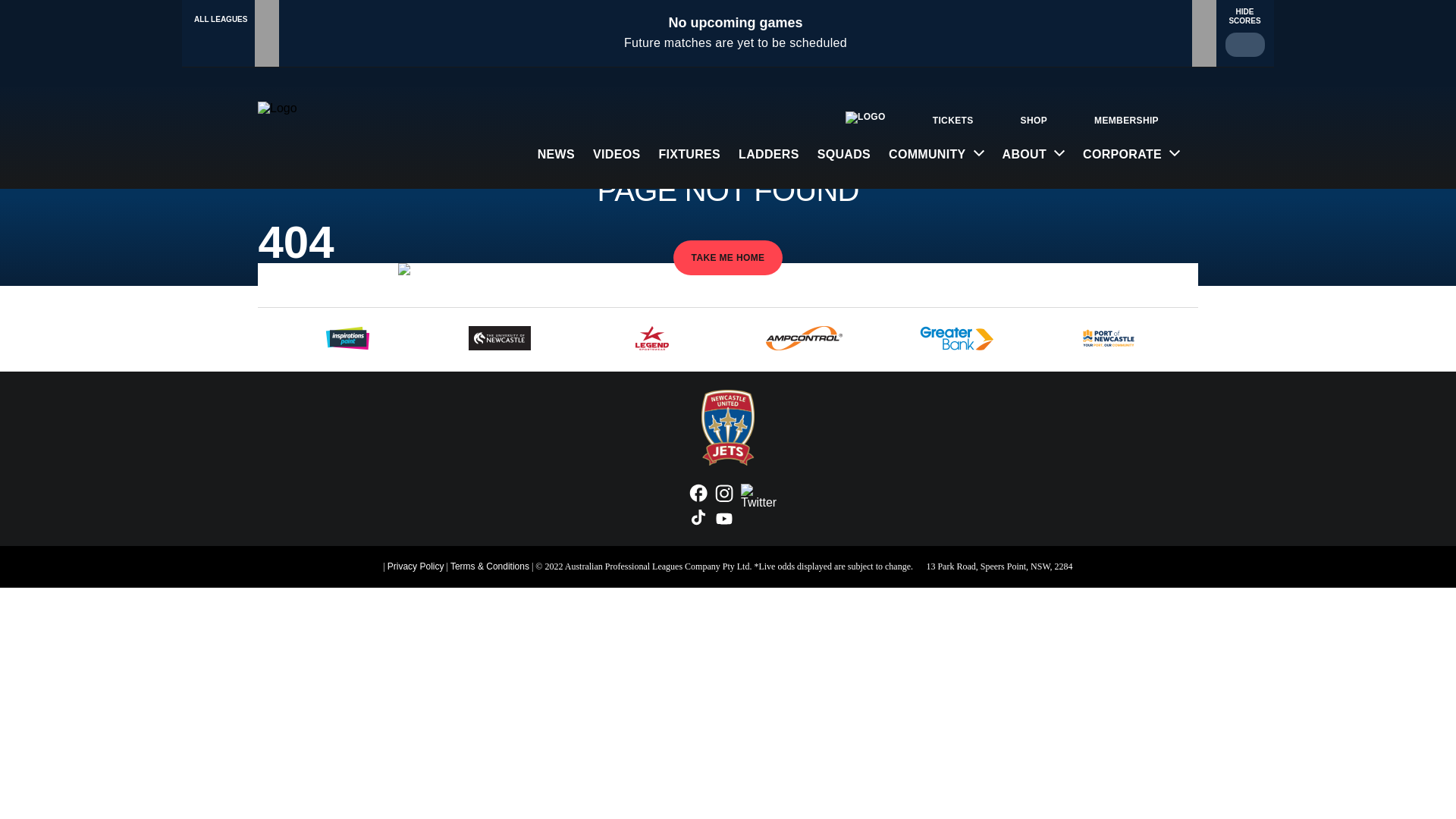 This screenshot has height=819, width=1456. I want to click on 'ABOUT', so click(1033, 154).